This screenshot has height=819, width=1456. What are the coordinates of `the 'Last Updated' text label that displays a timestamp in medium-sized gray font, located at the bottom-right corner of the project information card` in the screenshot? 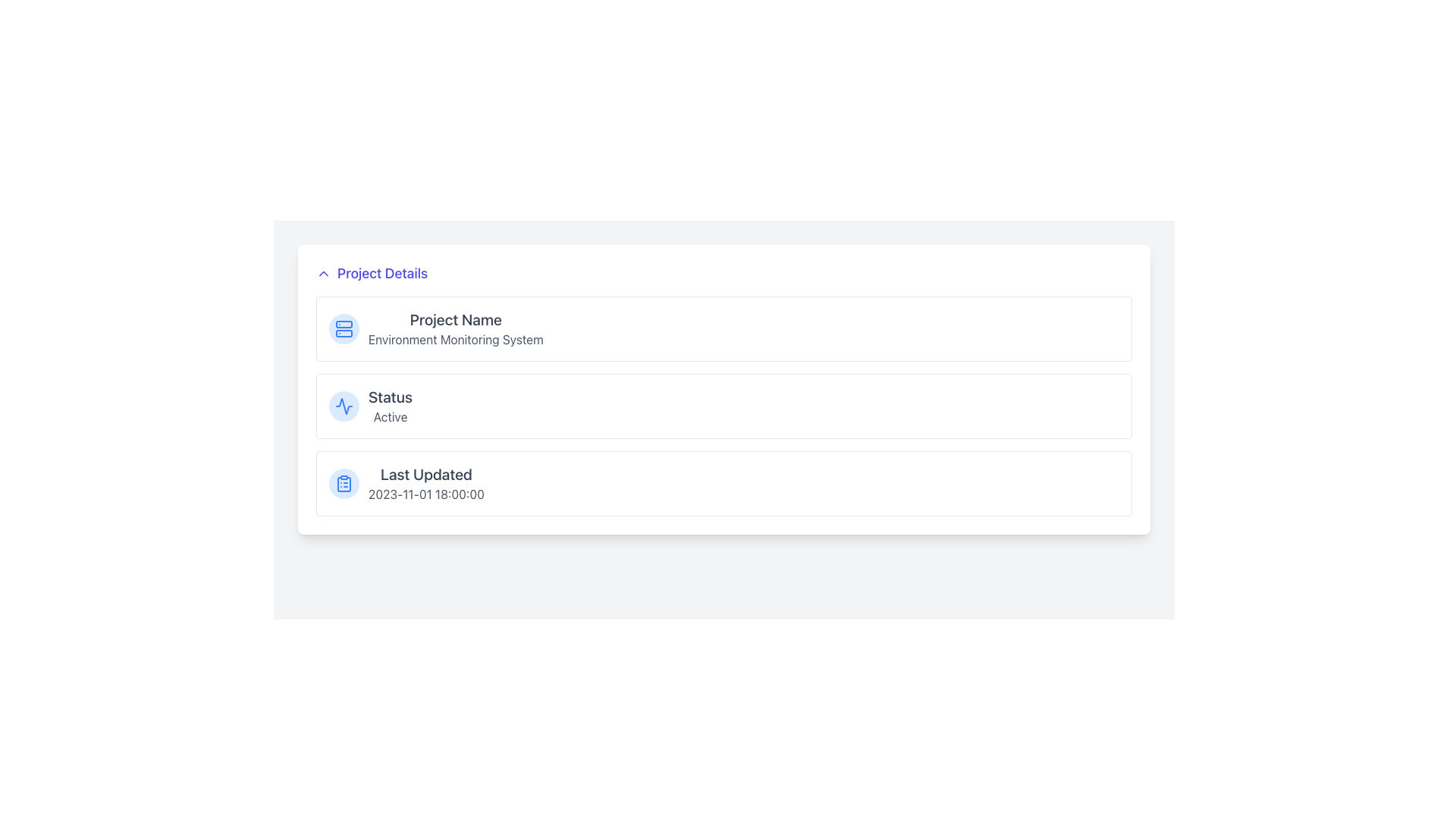 It's located at (425, 483).